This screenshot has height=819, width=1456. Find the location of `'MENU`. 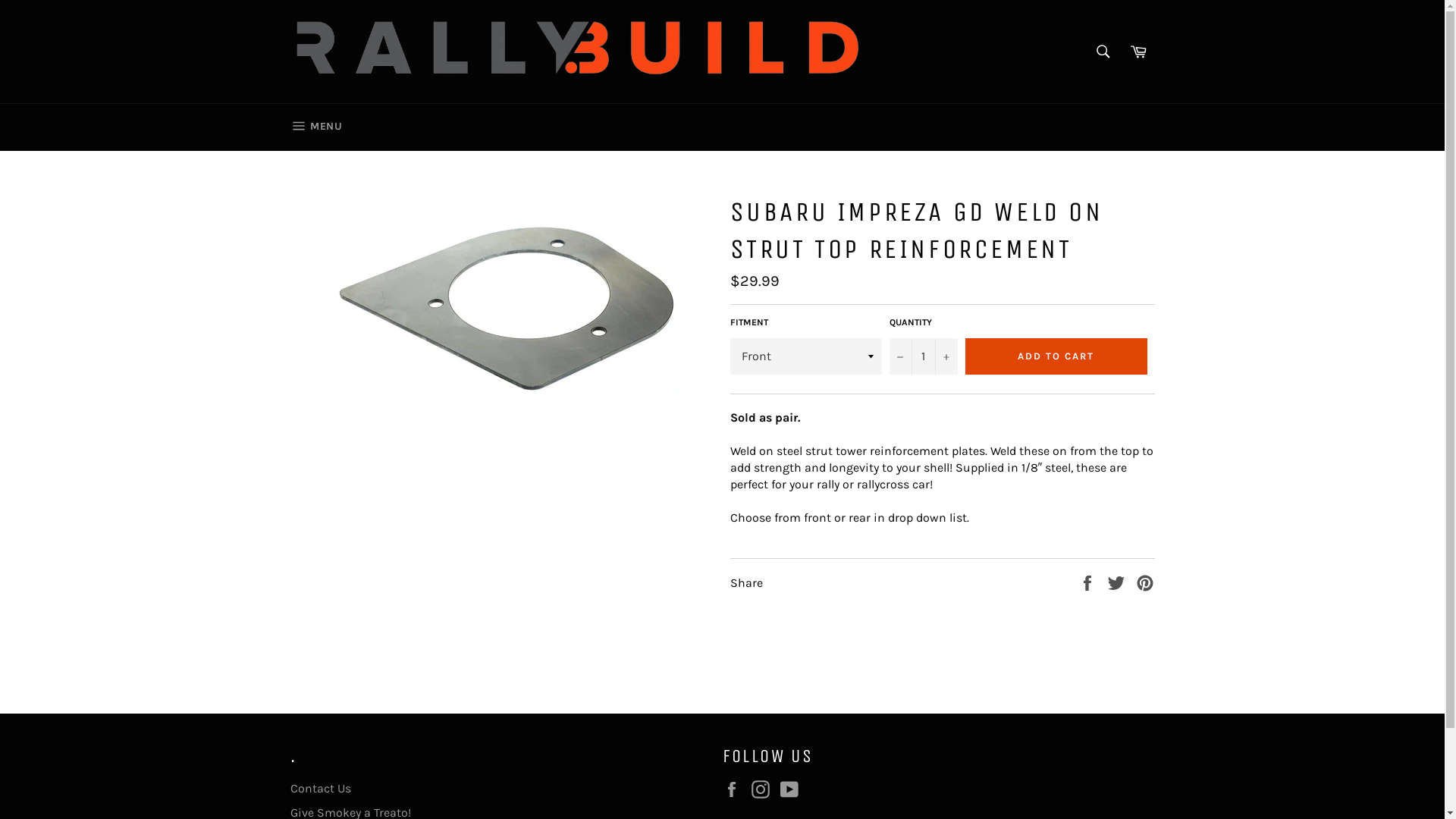

'MENU is located at coordinates (315, 127).